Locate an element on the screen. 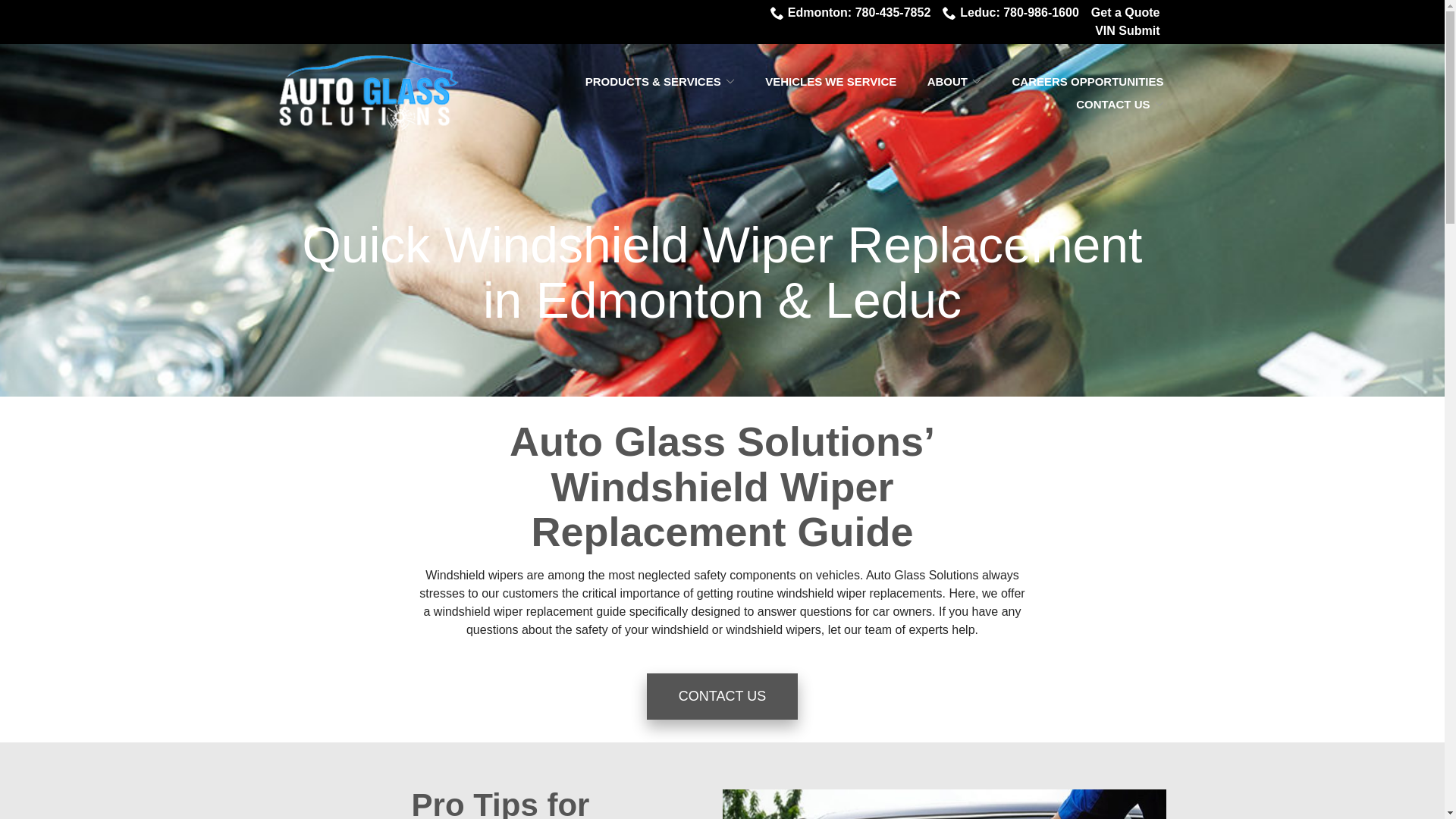  'CONTACT US' is located at coordinates (721, 696).